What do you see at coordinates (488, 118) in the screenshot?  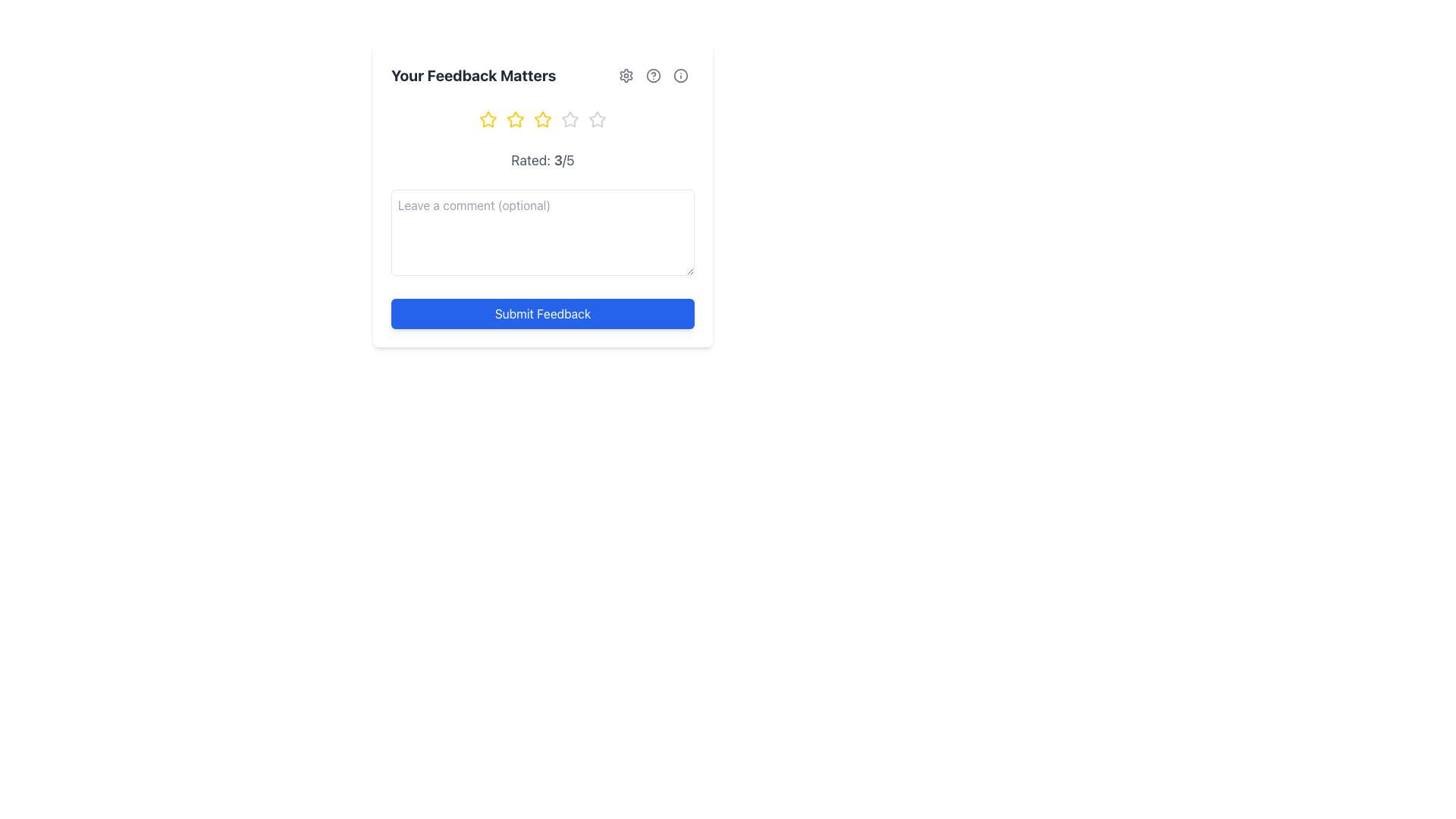 I see `the first rating star in the horizontal row of five stars` at bounding box center [488, 118].